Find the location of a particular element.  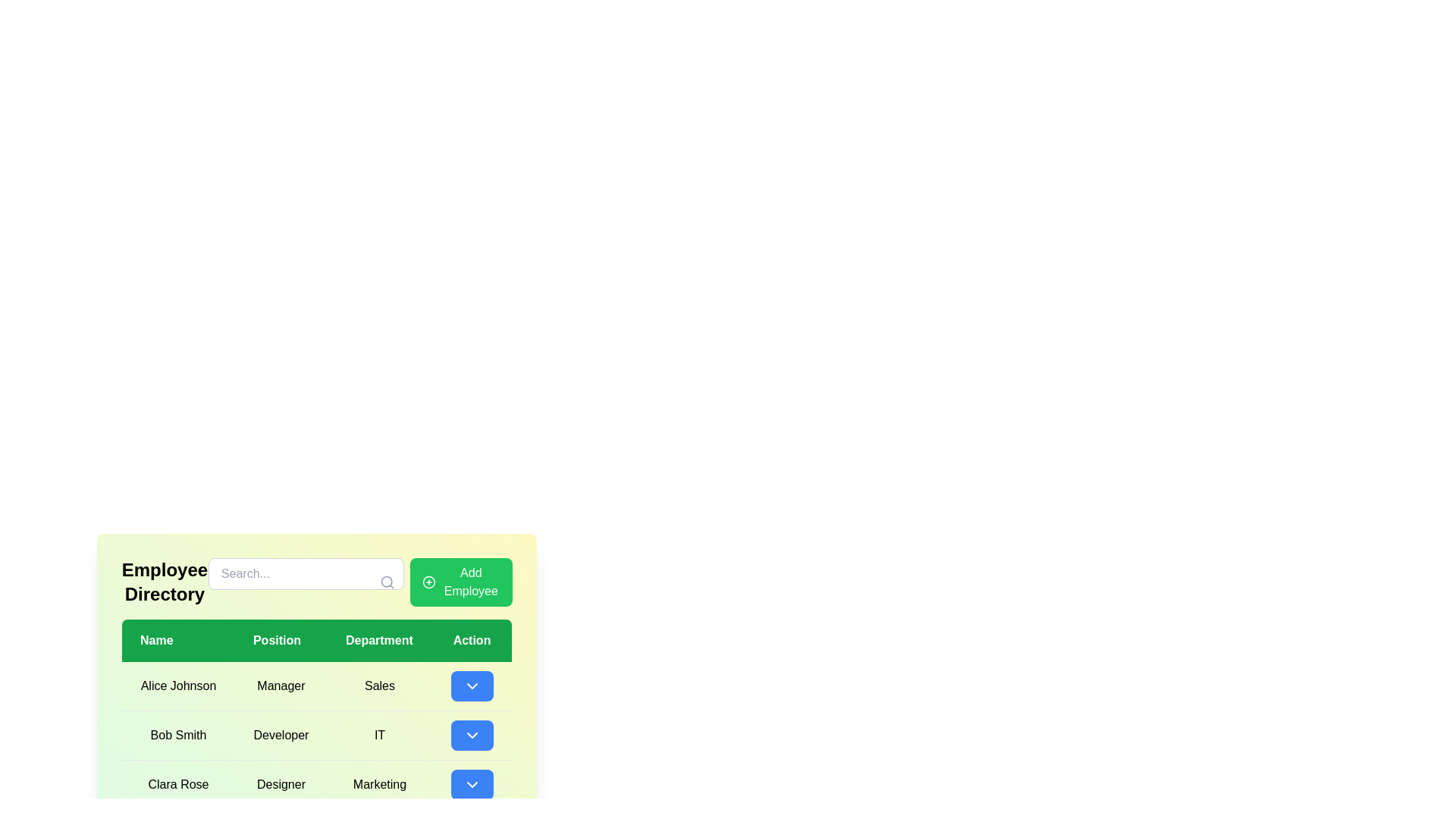

text 'IT' displayed in the second row of the employee details table under the 'Department' column is located at coordinates (379, 734).